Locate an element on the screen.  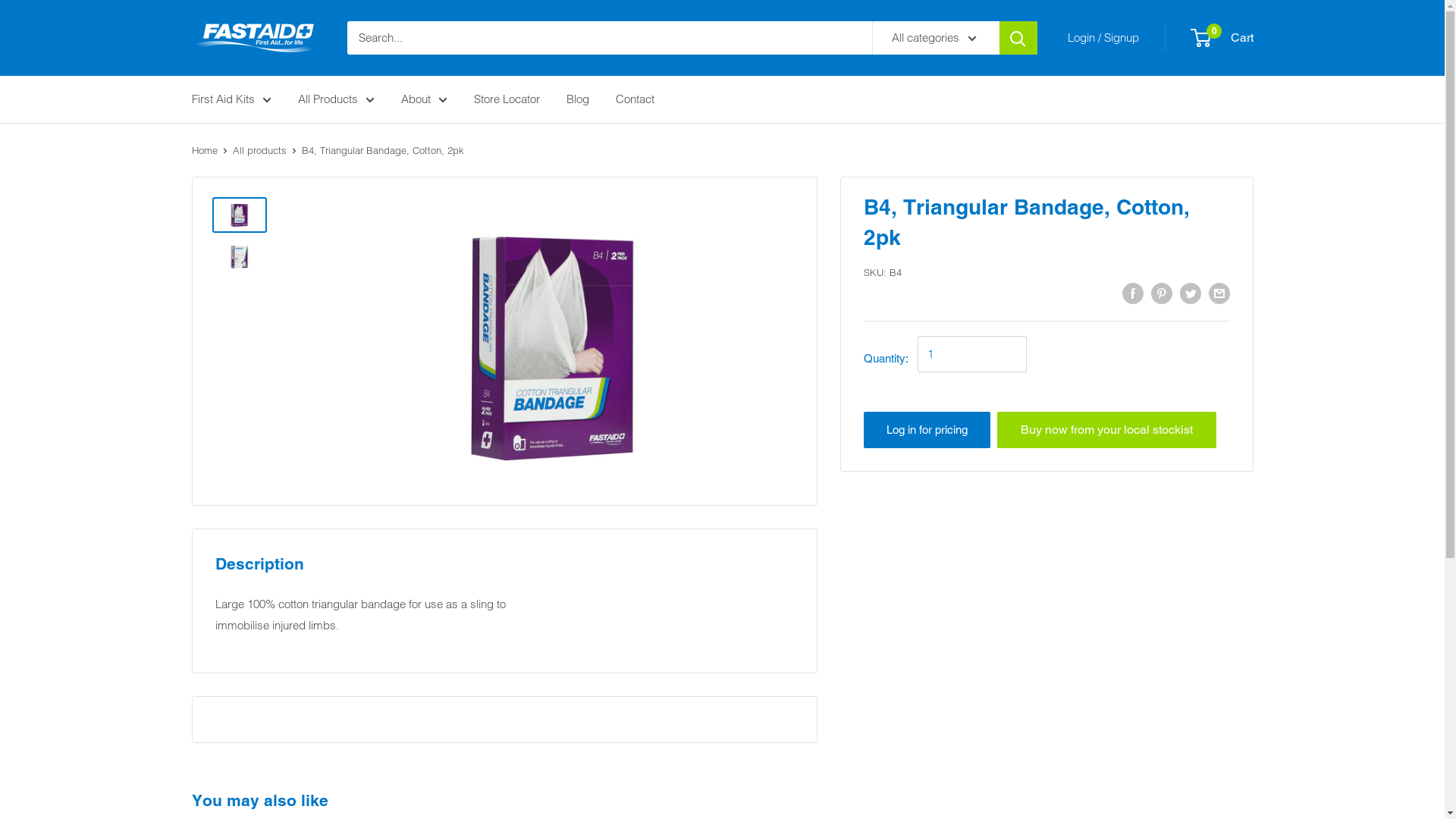
'Login / Signup' is located at coordinates (1103, 36).